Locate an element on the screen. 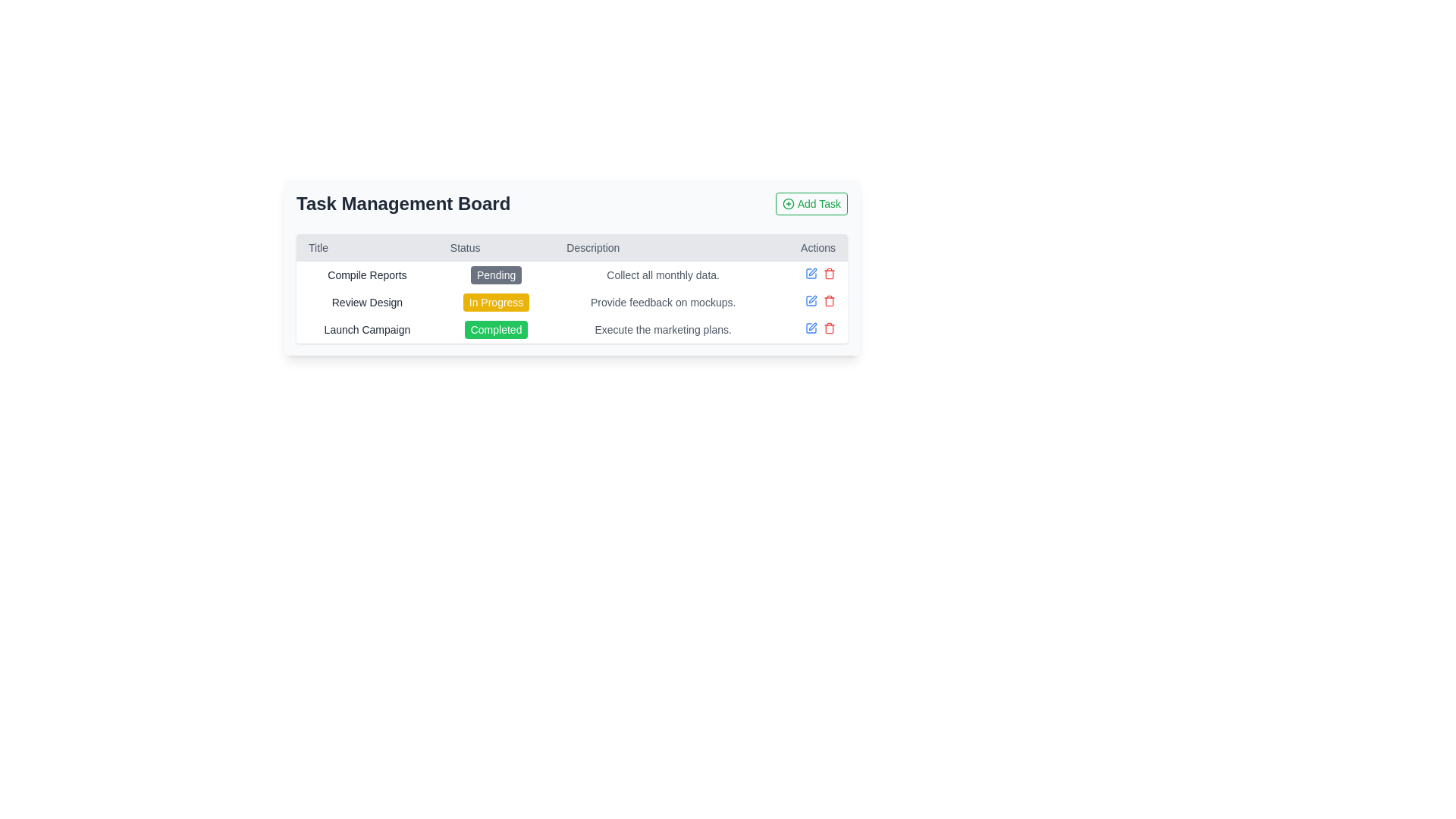 This screenshot has width=1456, height=819. the Data Table within the 'Task Management Board' to interact with task management buttons for editing or deleting tasks is located at coordinates (571, 289).